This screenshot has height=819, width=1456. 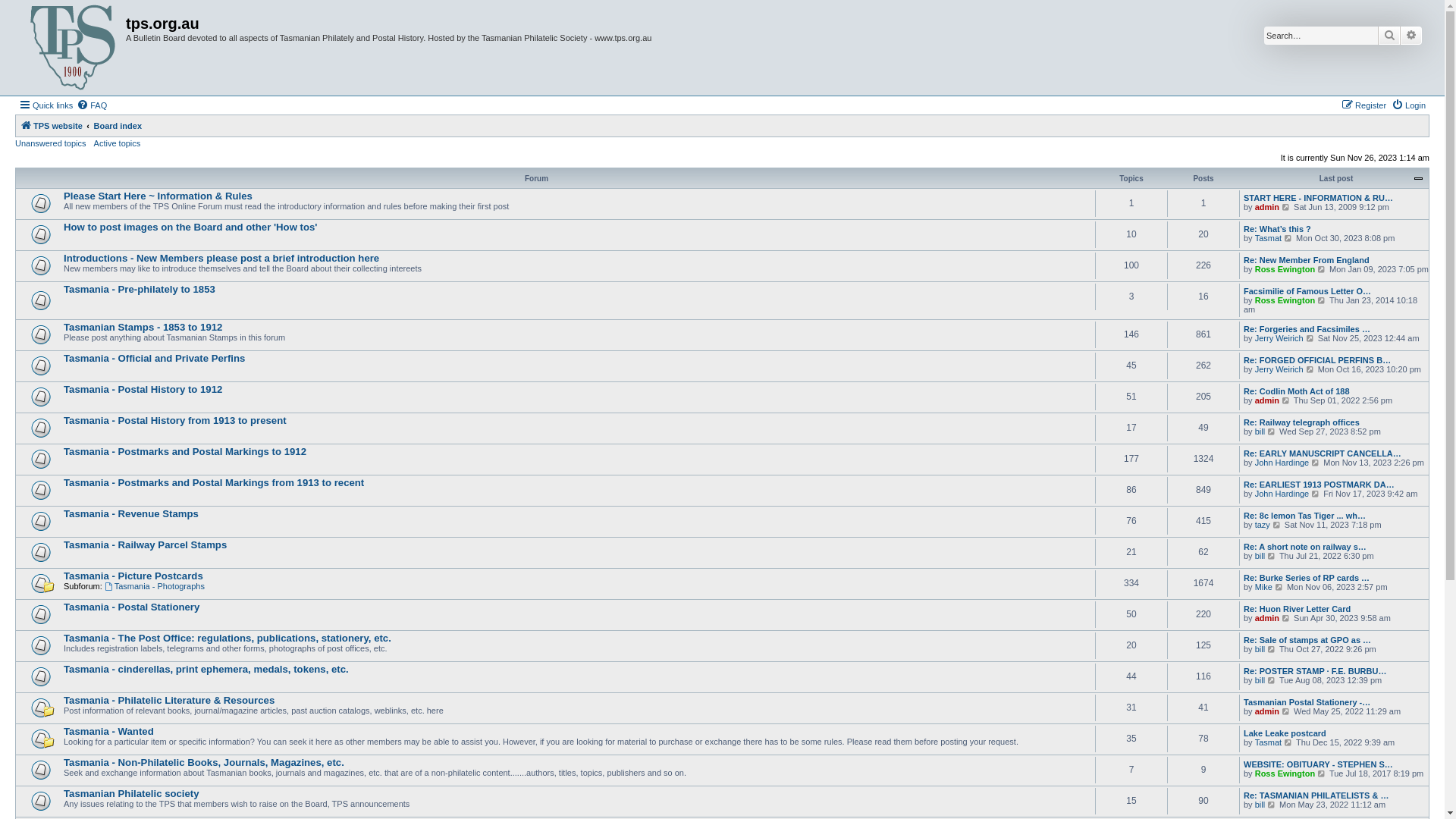 I want to click on 'Search', so click(x=1389, y=34).